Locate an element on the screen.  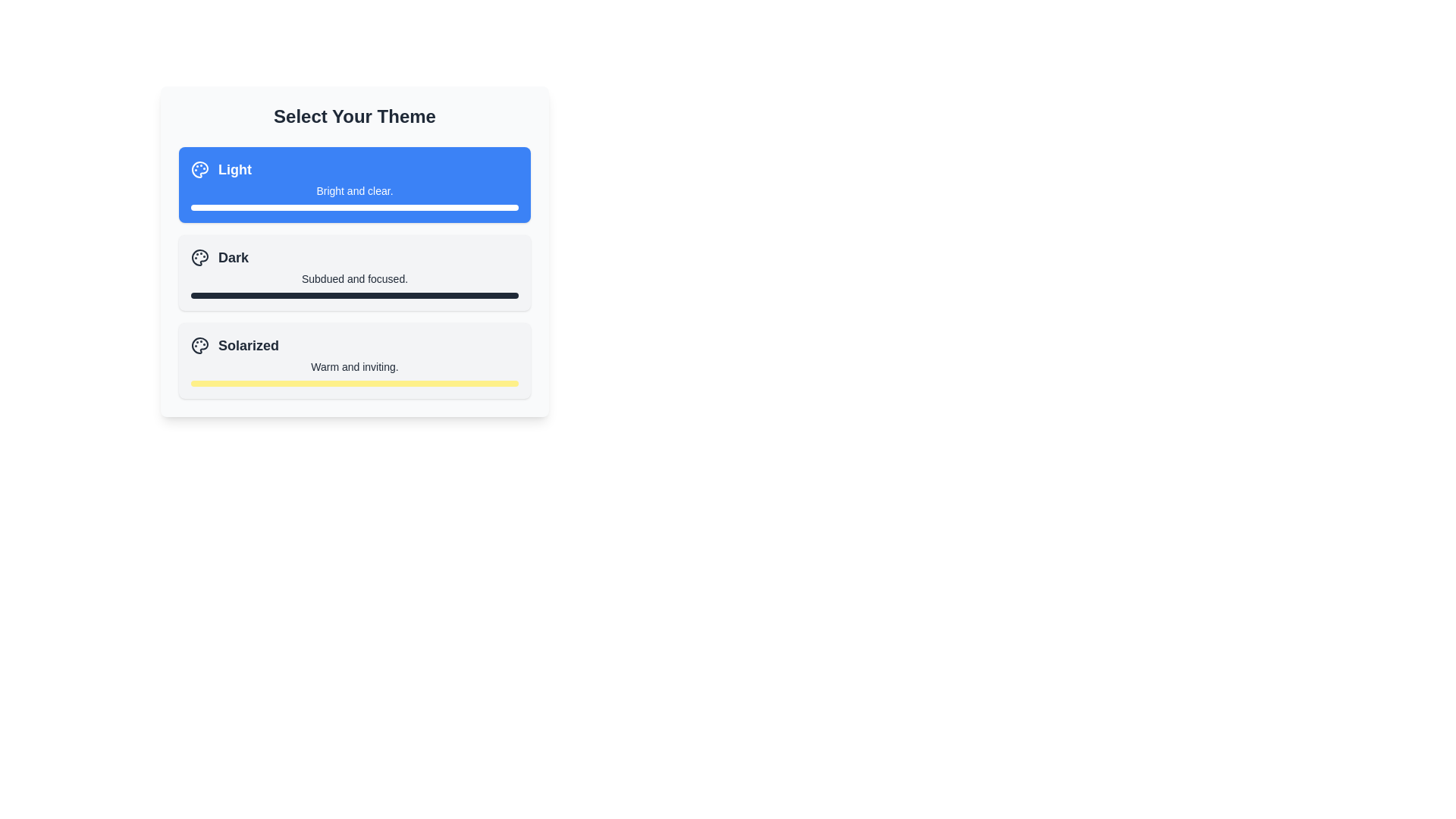
the circular palette icon with a blue background and white details, which is part of the 'Light' theme option and located to the left of the 'Light' text label is located at coordinates (199, 169).